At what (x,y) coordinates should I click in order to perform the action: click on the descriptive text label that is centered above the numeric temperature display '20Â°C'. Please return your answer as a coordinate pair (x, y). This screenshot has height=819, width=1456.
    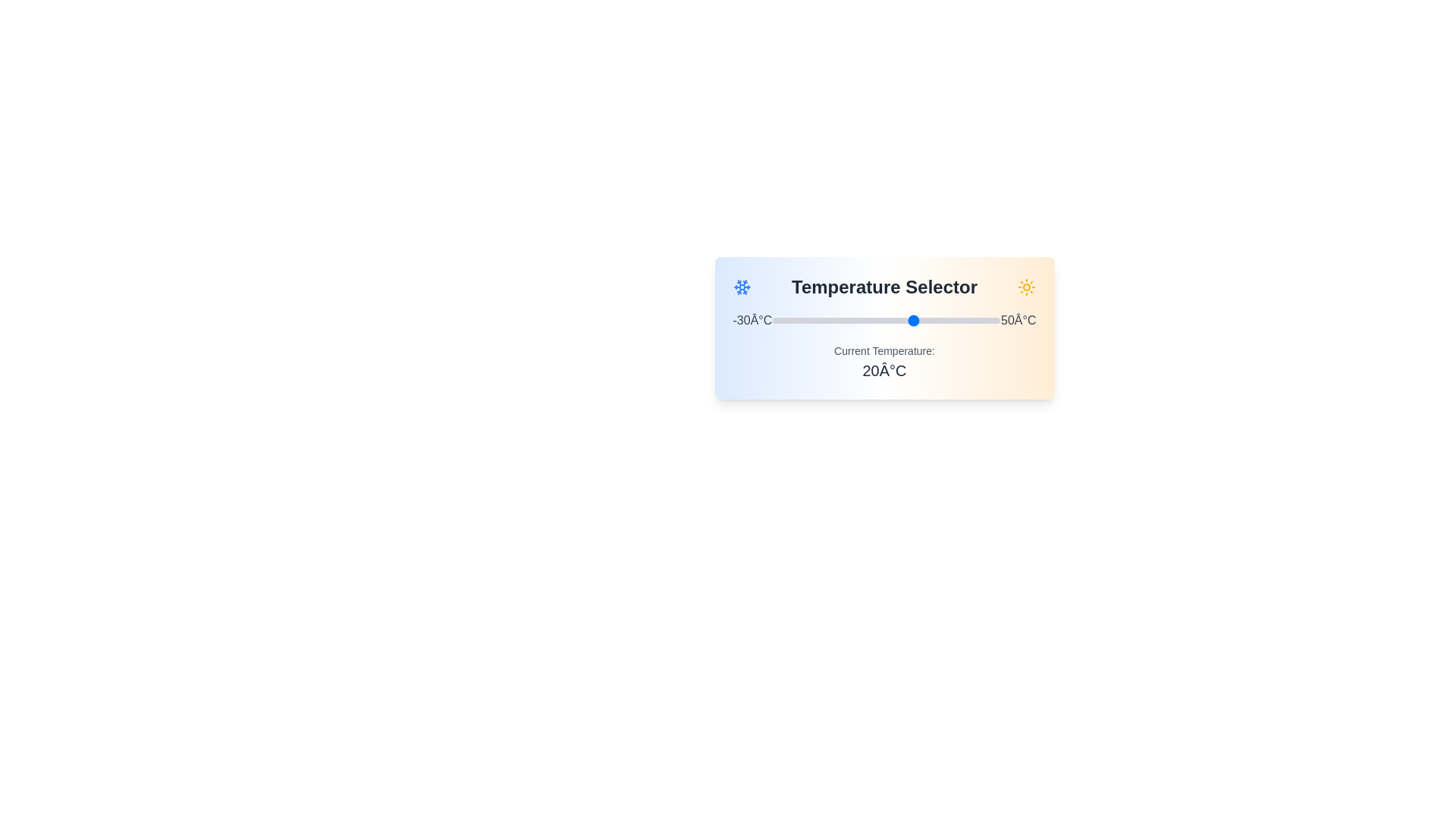
    Looking at the image, I should click on (884, 350).